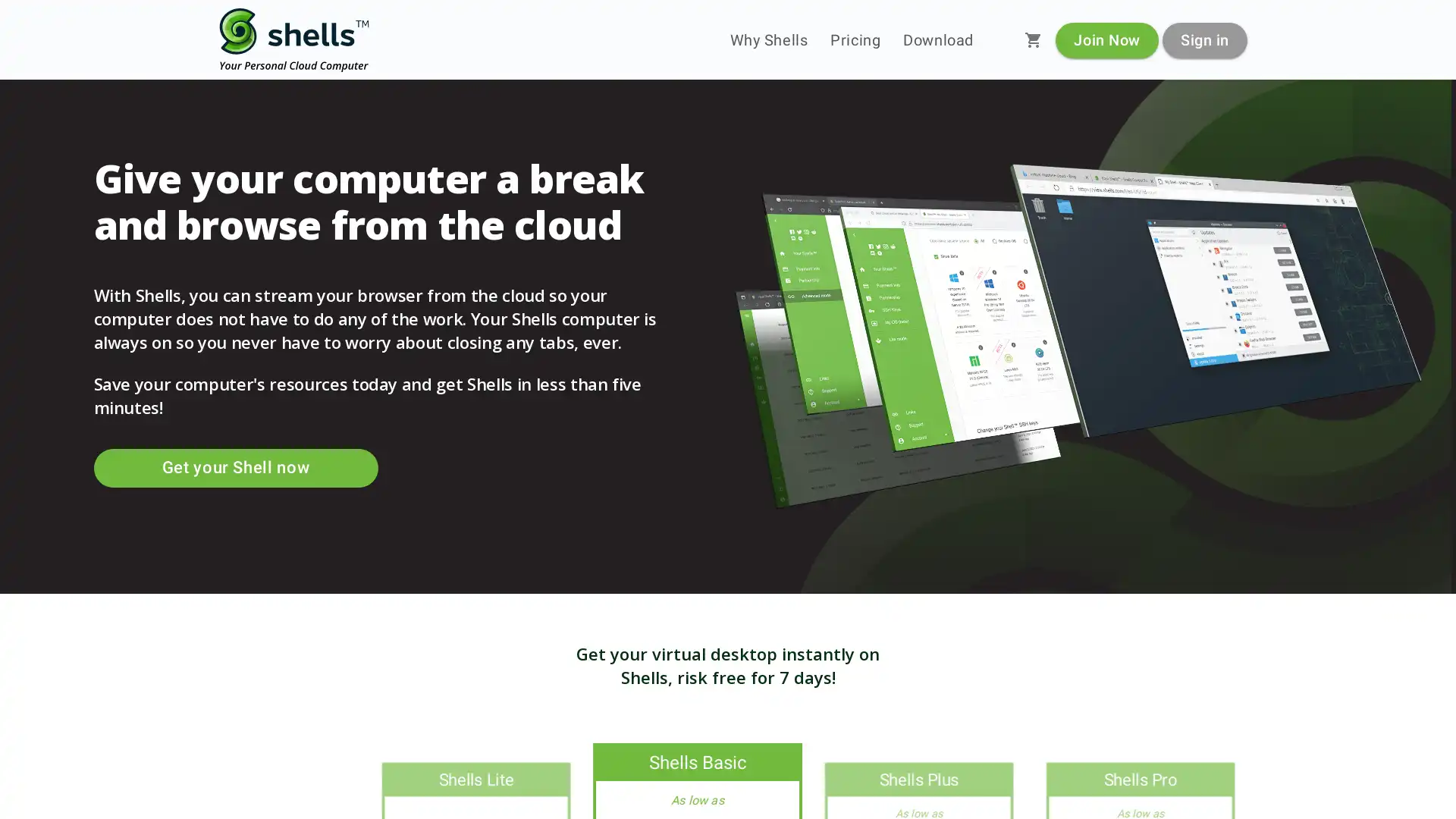 This screenshot has height=819, width=1456. What do you see at coordinates (1033, 39) in the screenshot?
I see `cart` at bounding box center [1033, 39].